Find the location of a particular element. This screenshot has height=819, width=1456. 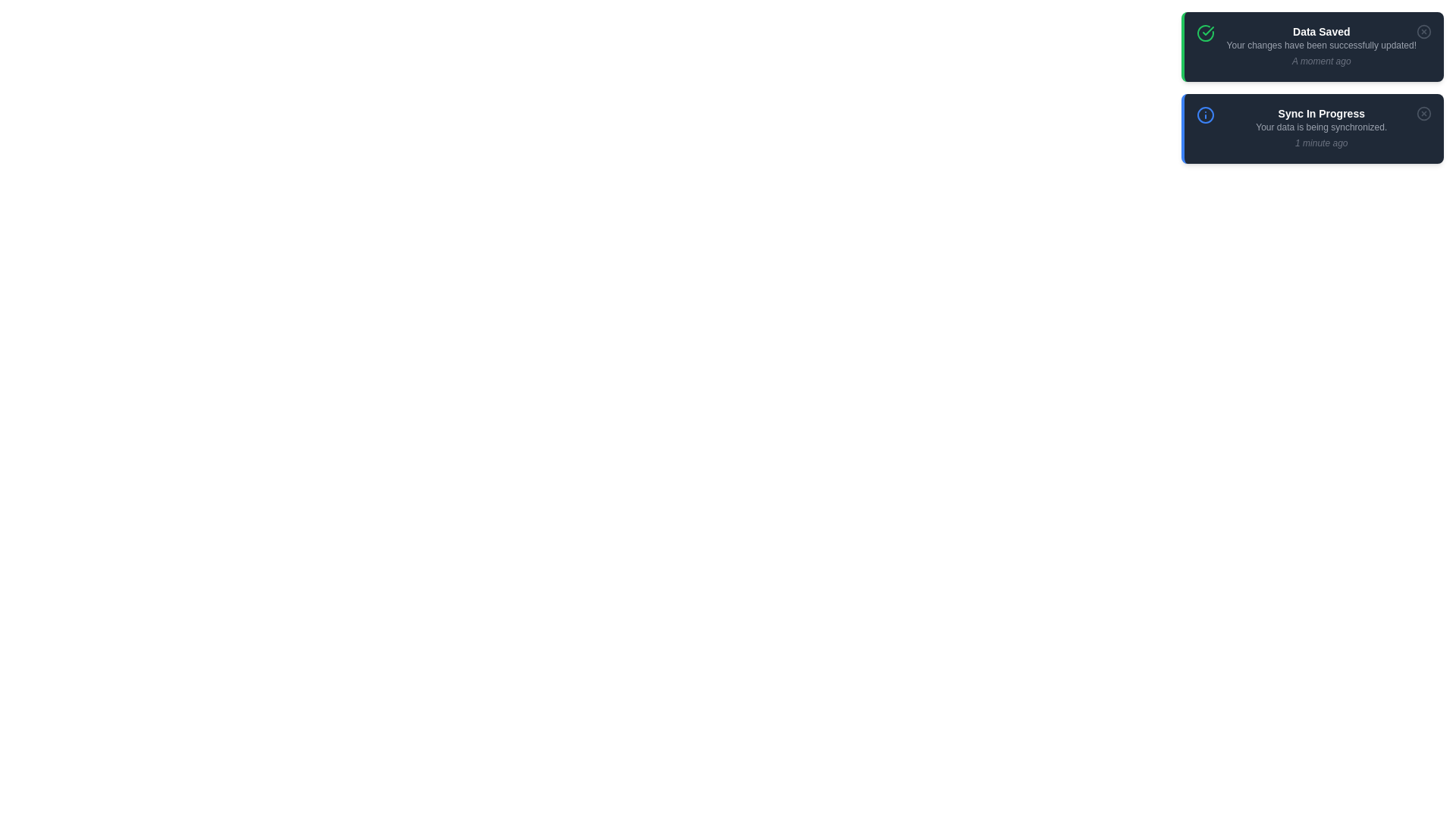

the notification icon for Sync In Progress is located at coordinates (1204, 114).